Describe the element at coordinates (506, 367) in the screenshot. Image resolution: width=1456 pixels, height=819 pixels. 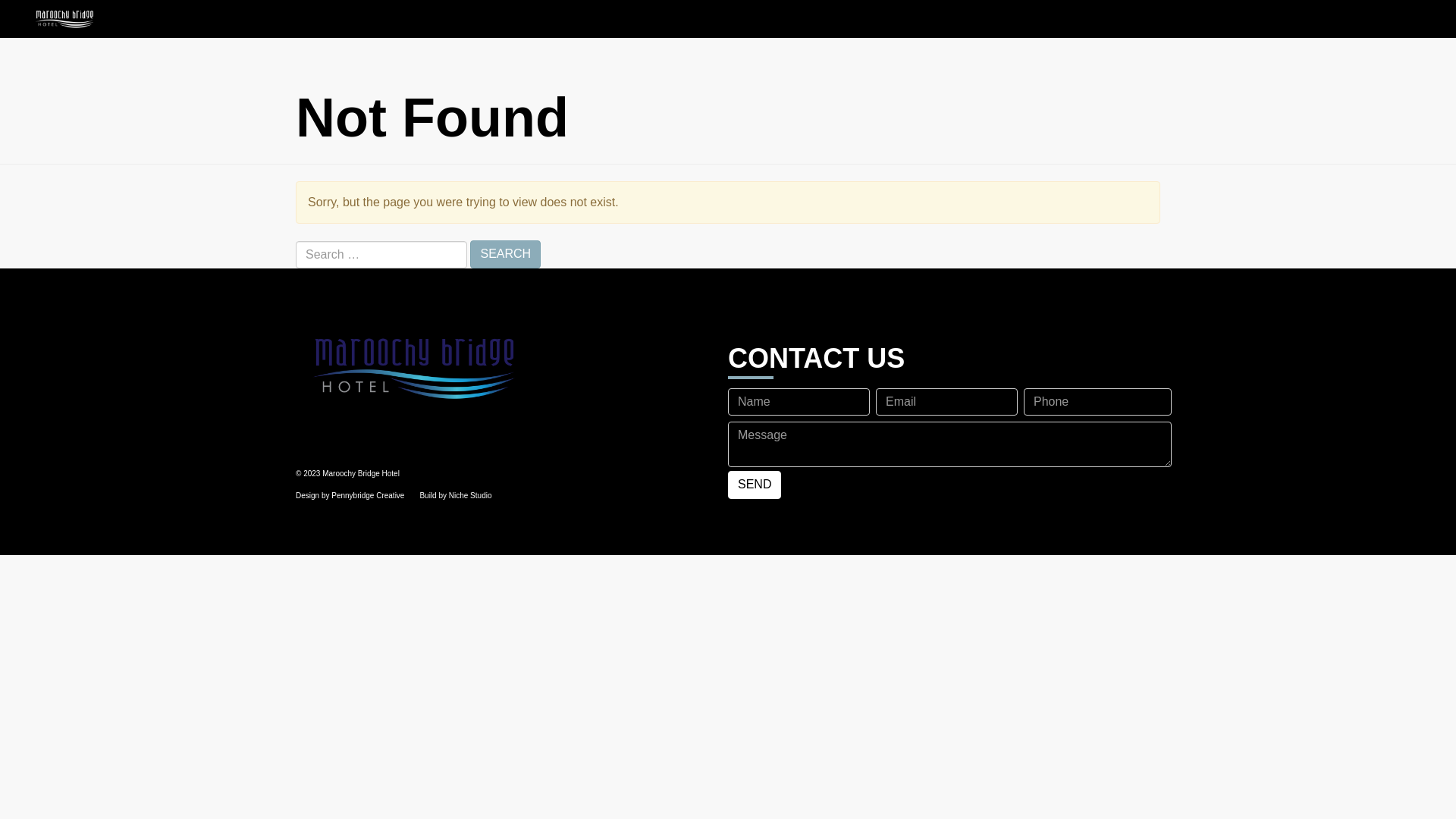
I see `'Maroochy Bridge Hotel'` at that location.